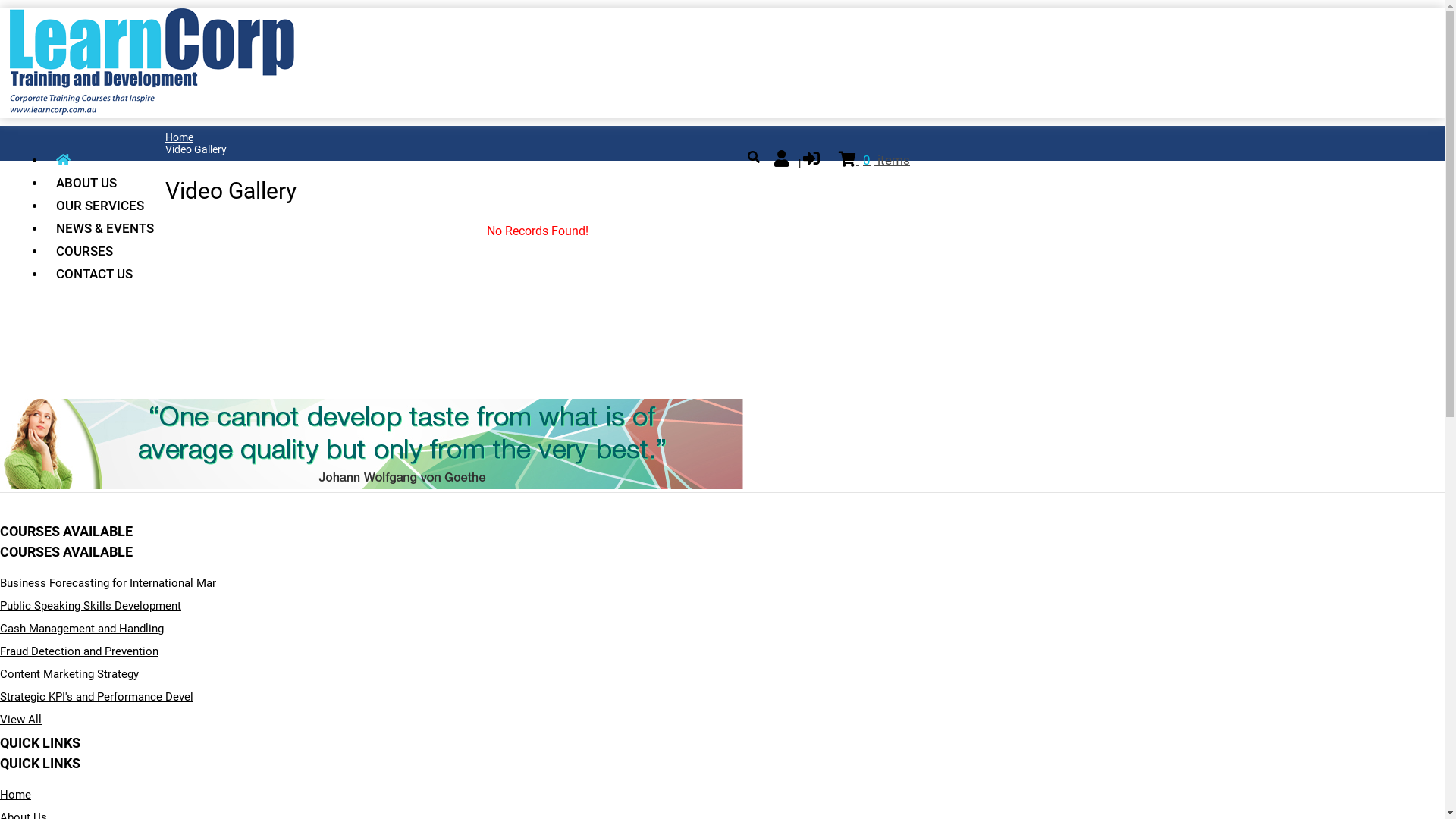 The height and width of the screenshot is (819, 1456). What do you see at coordinates (105, 181) in the screenshot?
I see `'ABOUT US'` at bounding box center [105, 181].